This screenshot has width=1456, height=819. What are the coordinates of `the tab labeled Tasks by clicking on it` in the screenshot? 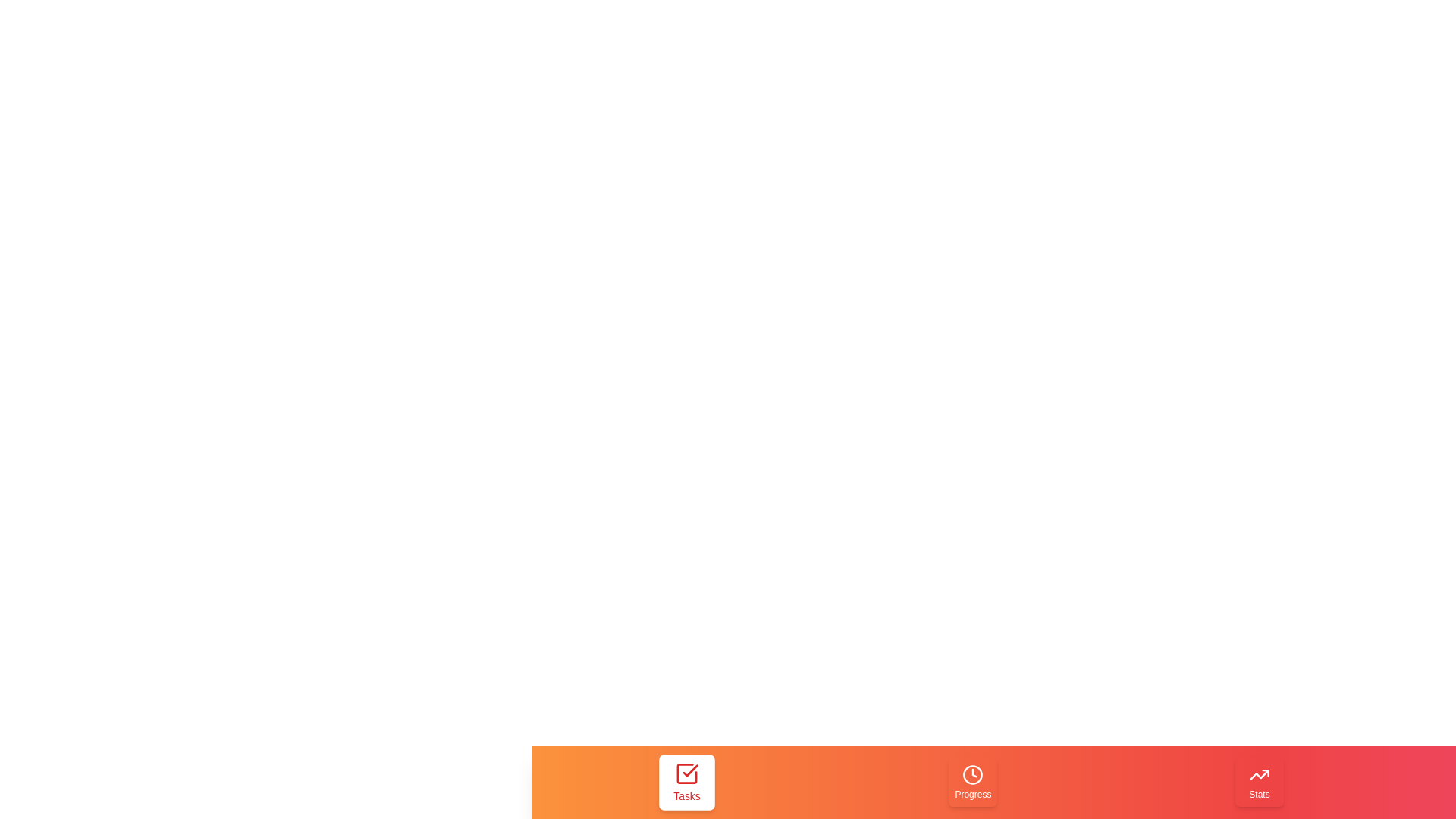 It's located at (686, 783).